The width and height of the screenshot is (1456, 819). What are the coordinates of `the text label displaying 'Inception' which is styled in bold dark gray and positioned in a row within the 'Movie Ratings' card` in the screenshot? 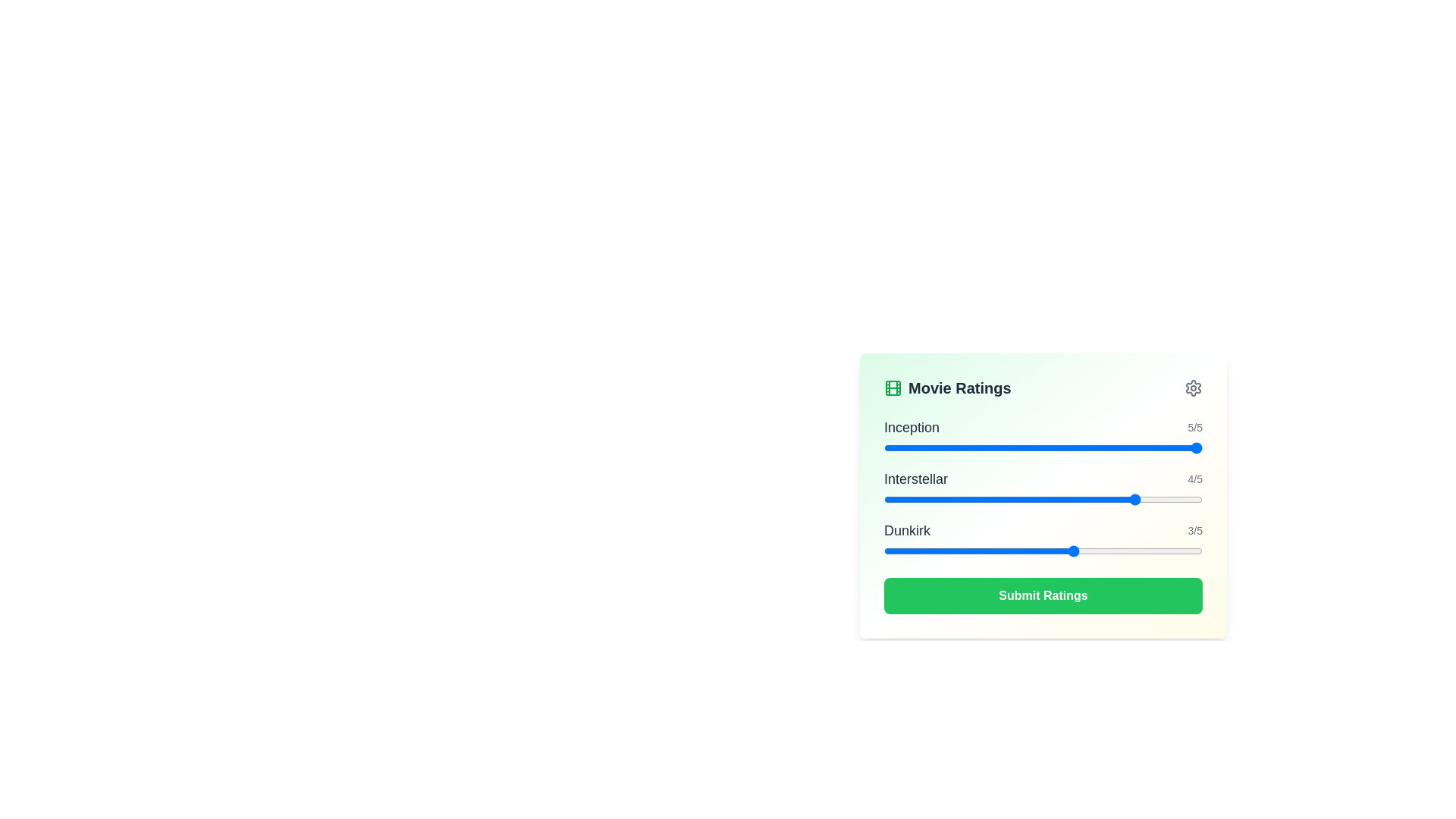 It's located at (911, 427).